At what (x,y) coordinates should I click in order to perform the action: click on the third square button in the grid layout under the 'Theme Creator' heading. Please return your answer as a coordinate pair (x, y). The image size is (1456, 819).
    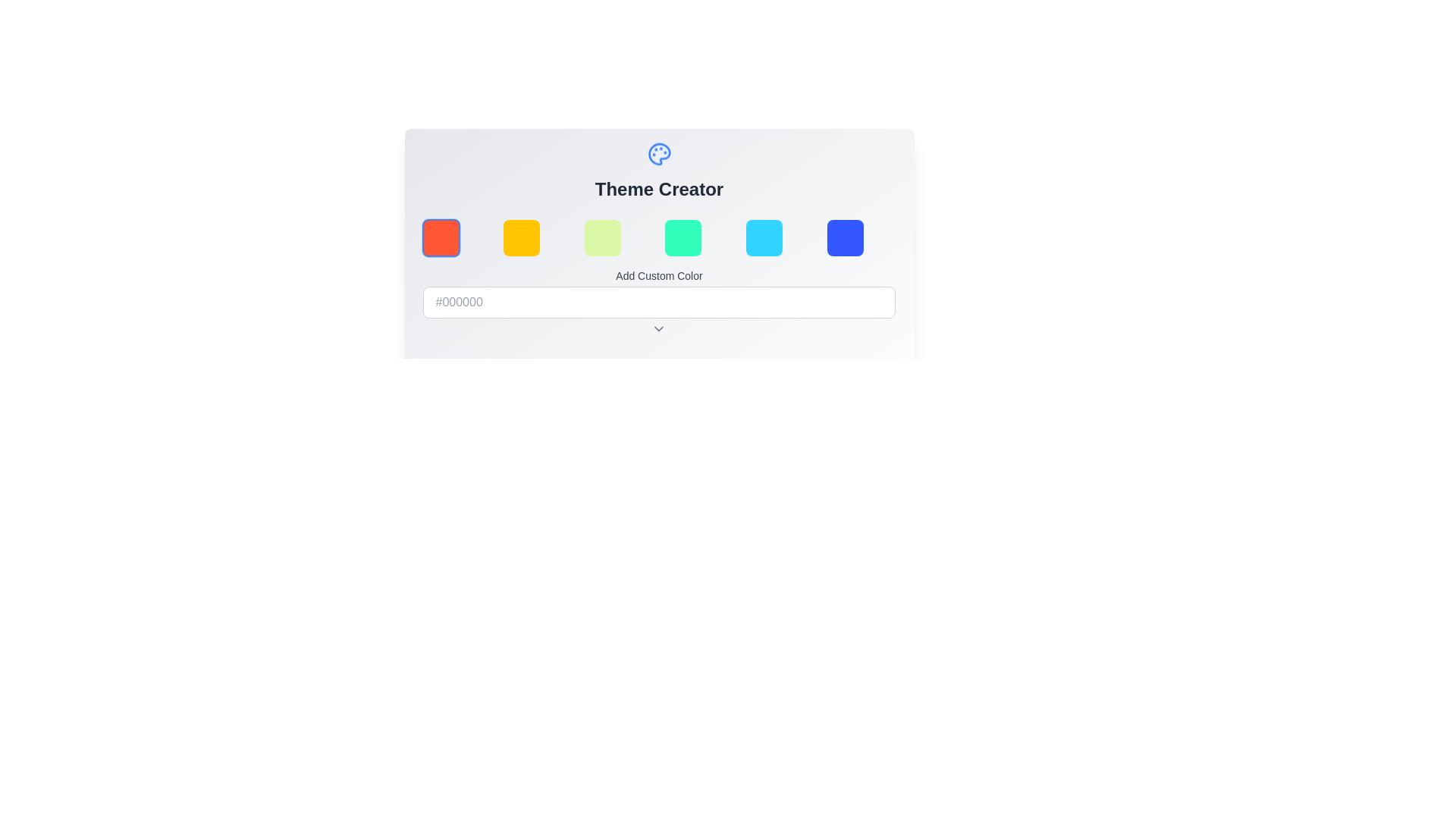
    Looking at the image, I should click on (601, 237).